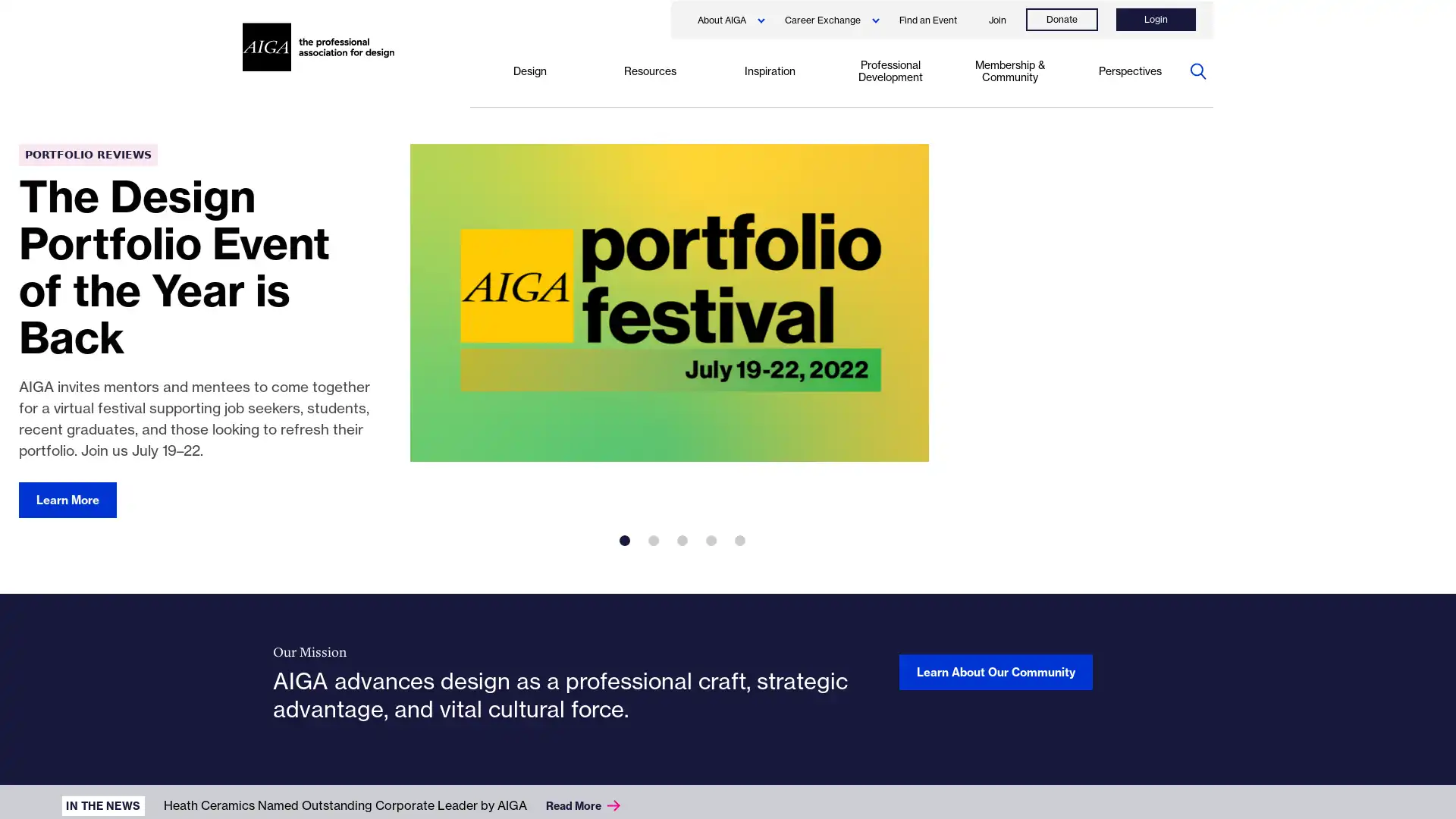 The image size is (1456, 819). What do you see at coordinates (710, 540) in the screenshot?
I see `4 of 5` at bounding box center [710, 540].